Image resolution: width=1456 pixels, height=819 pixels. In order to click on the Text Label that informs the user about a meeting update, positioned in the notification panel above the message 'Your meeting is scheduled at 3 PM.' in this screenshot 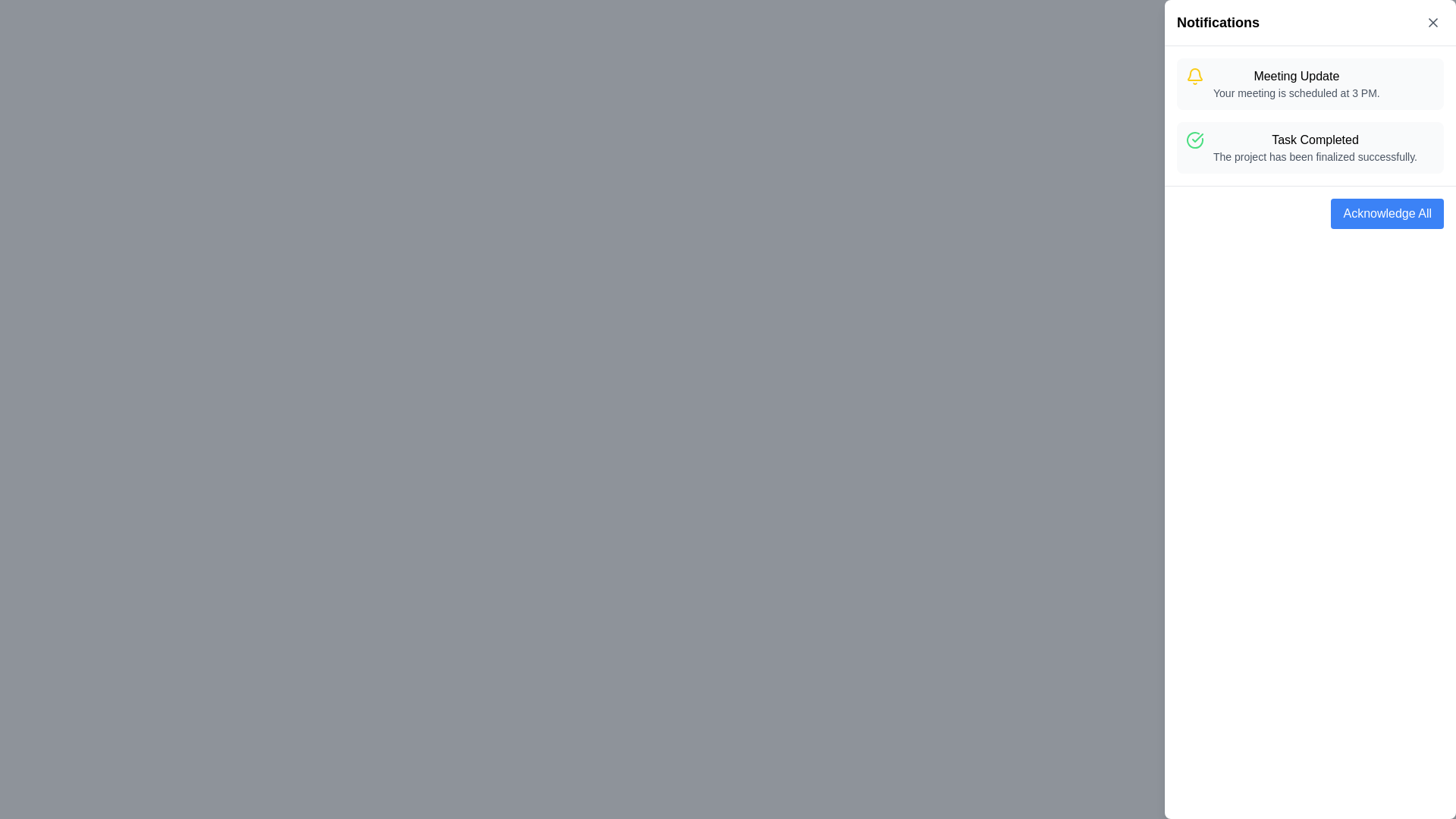, I will do `click(1295, 76)`.